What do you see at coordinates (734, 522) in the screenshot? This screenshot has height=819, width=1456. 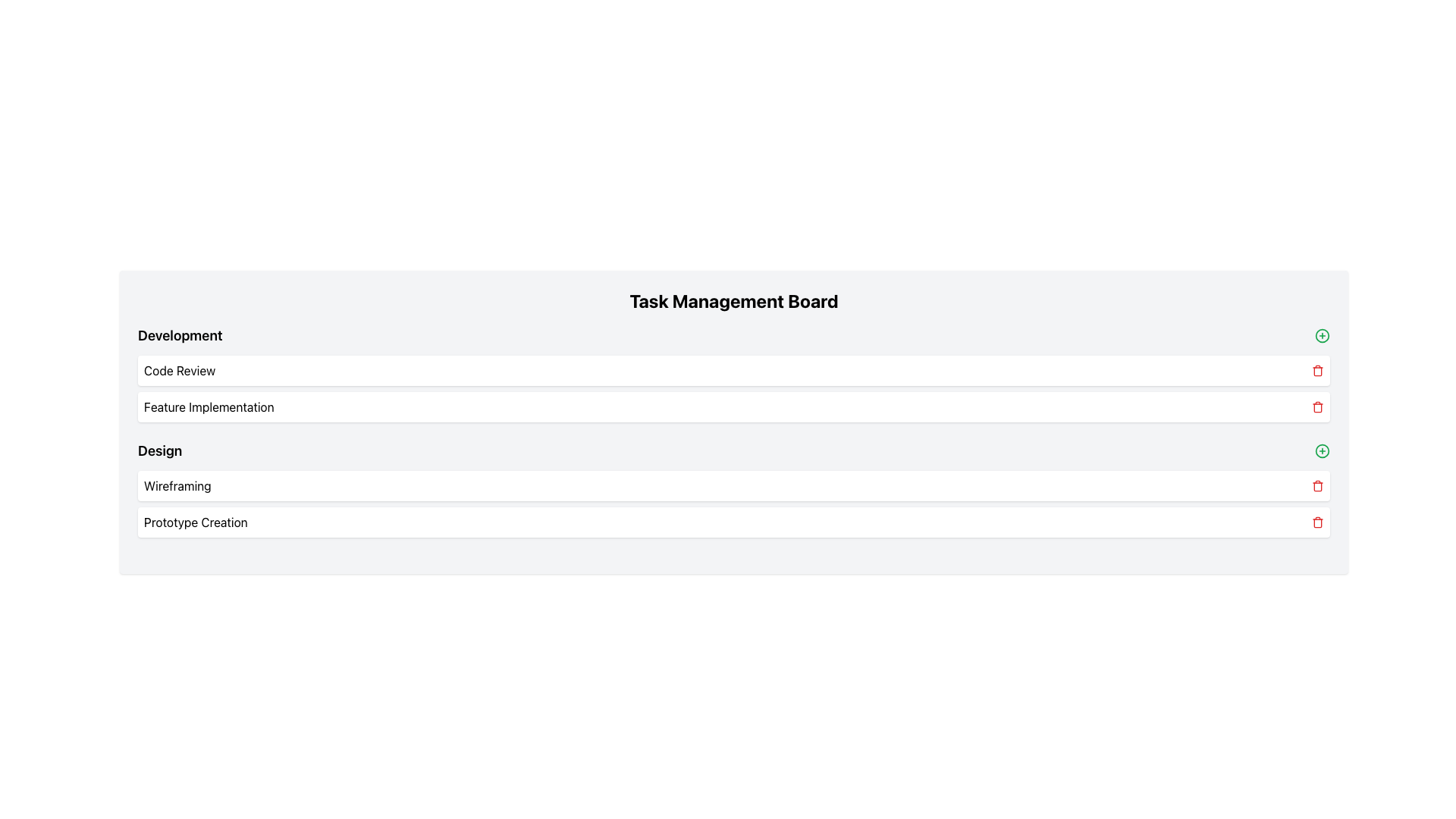 I see `to select the task or category titled 'Prototype Creation' which is located in the 'Design' section of the task board, directly below 'Wireframing'` at bounding box center [734, 522].